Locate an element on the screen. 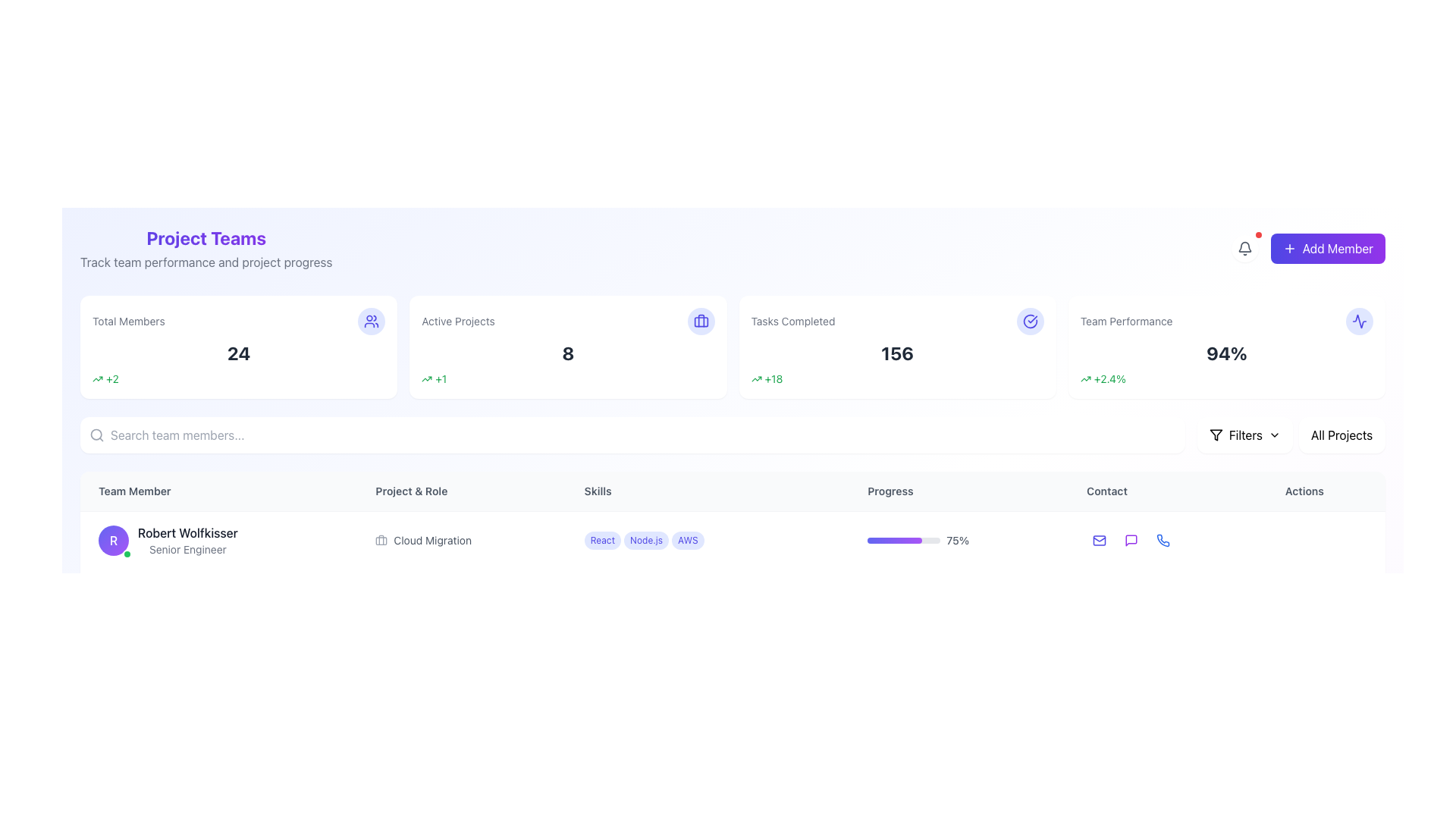 The width and height of the screenshot is (1456, 819). the appearance of the triangular-shaped funnel icon located in the top-right corner of the user interface, near the 'Filters' button is located at coordinates (1216, 435).